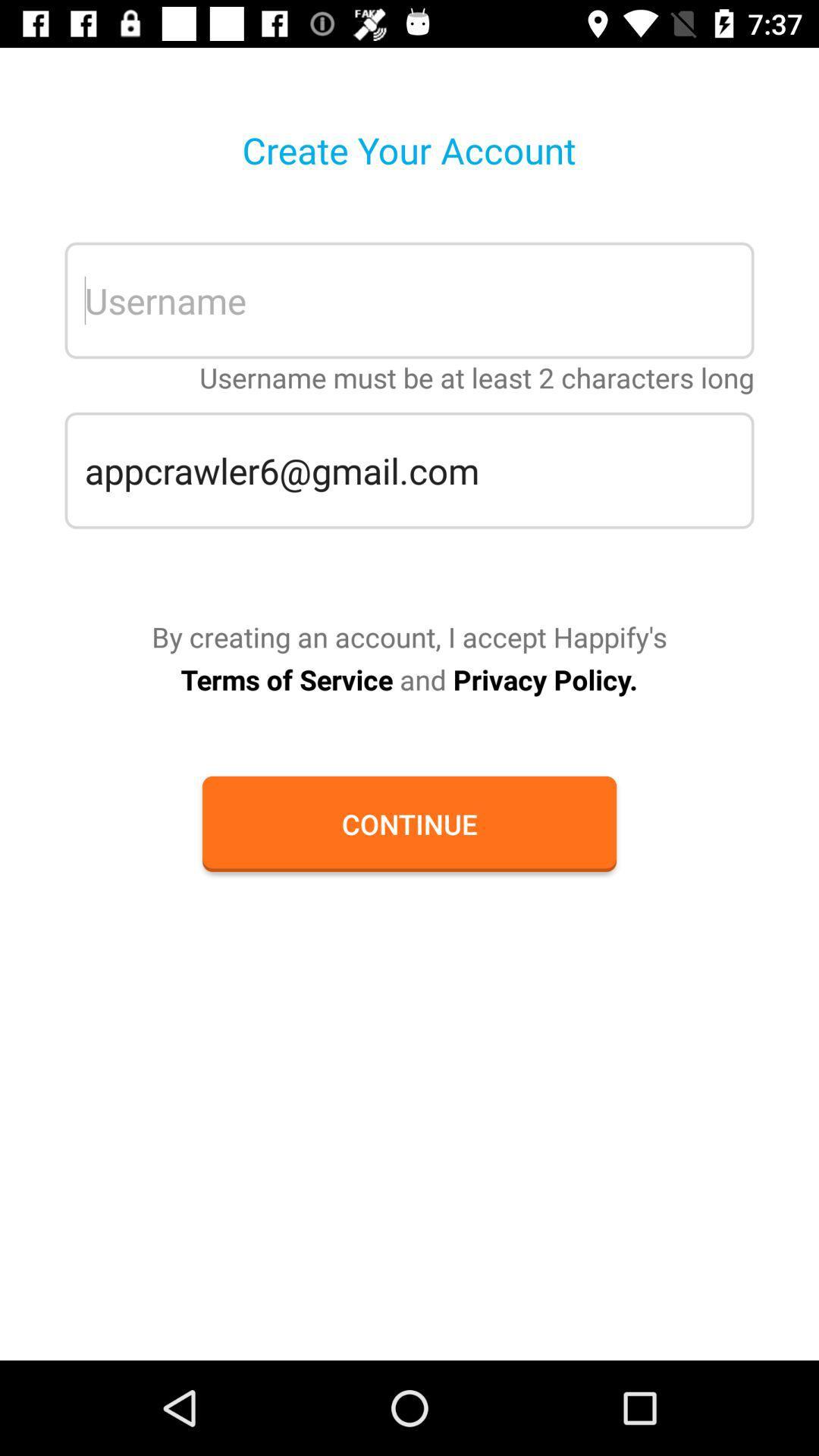  Describe the element at coordinates (409, 300) in the screenshot. I see `item below create your account icon` at that location.